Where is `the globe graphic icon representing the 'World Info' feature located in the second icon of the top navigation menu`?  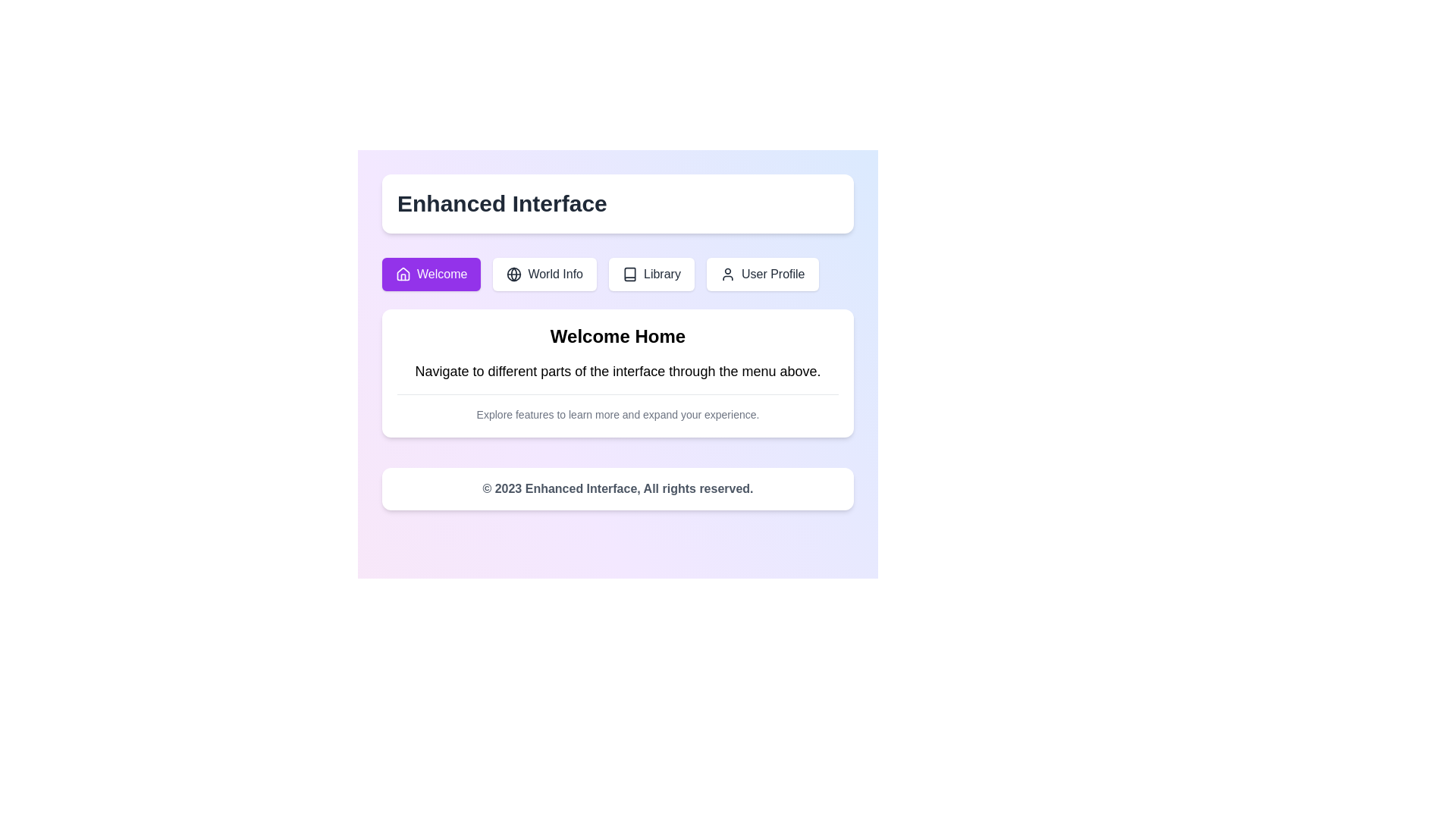
the globe graphic icon representing the 'World Info' feature located in the second icon of the top navigation menu is located at coordinates (514, 274).